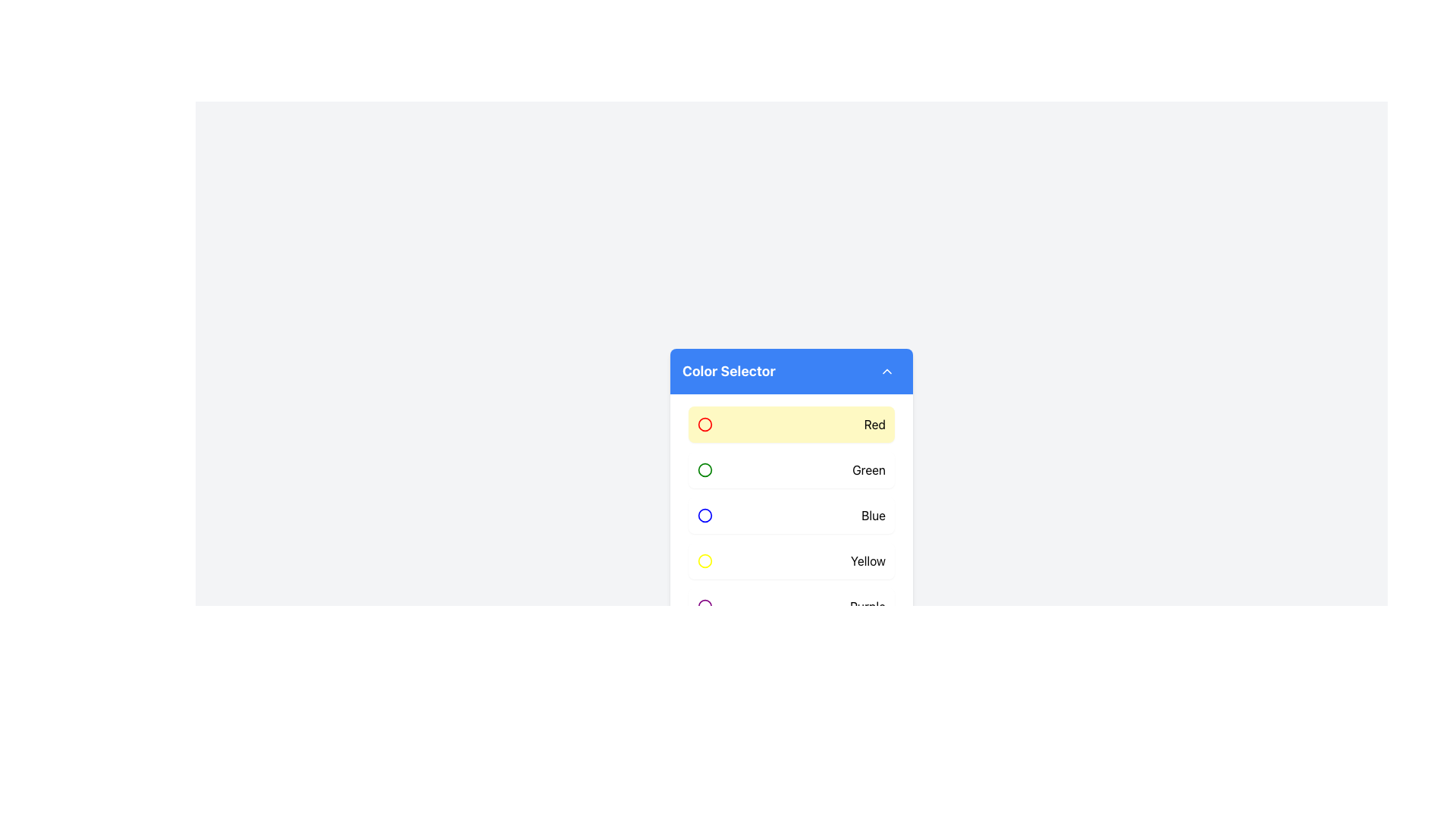 The width and height of the screenshot is (1456, 819). I want to click on the text label indicating the Yellow color in the Color Selector section, so click(868, 561).